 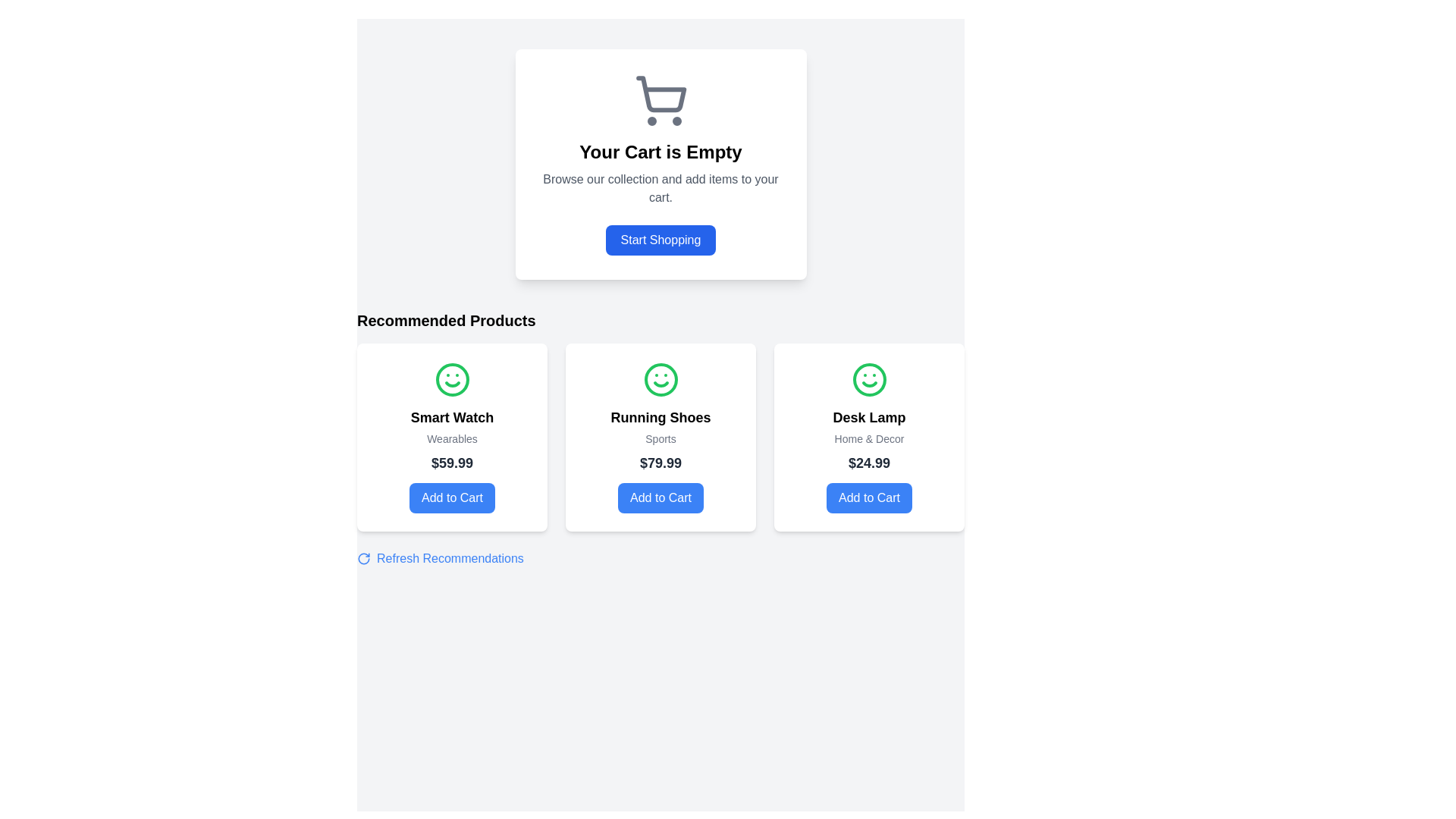 What do you see at coordinates (661, 418) in the screenshot?
I see `the product name text element, 'Running Shoes,' which is located in the central white card of the recommended products section` at bounding box center [661, 418].